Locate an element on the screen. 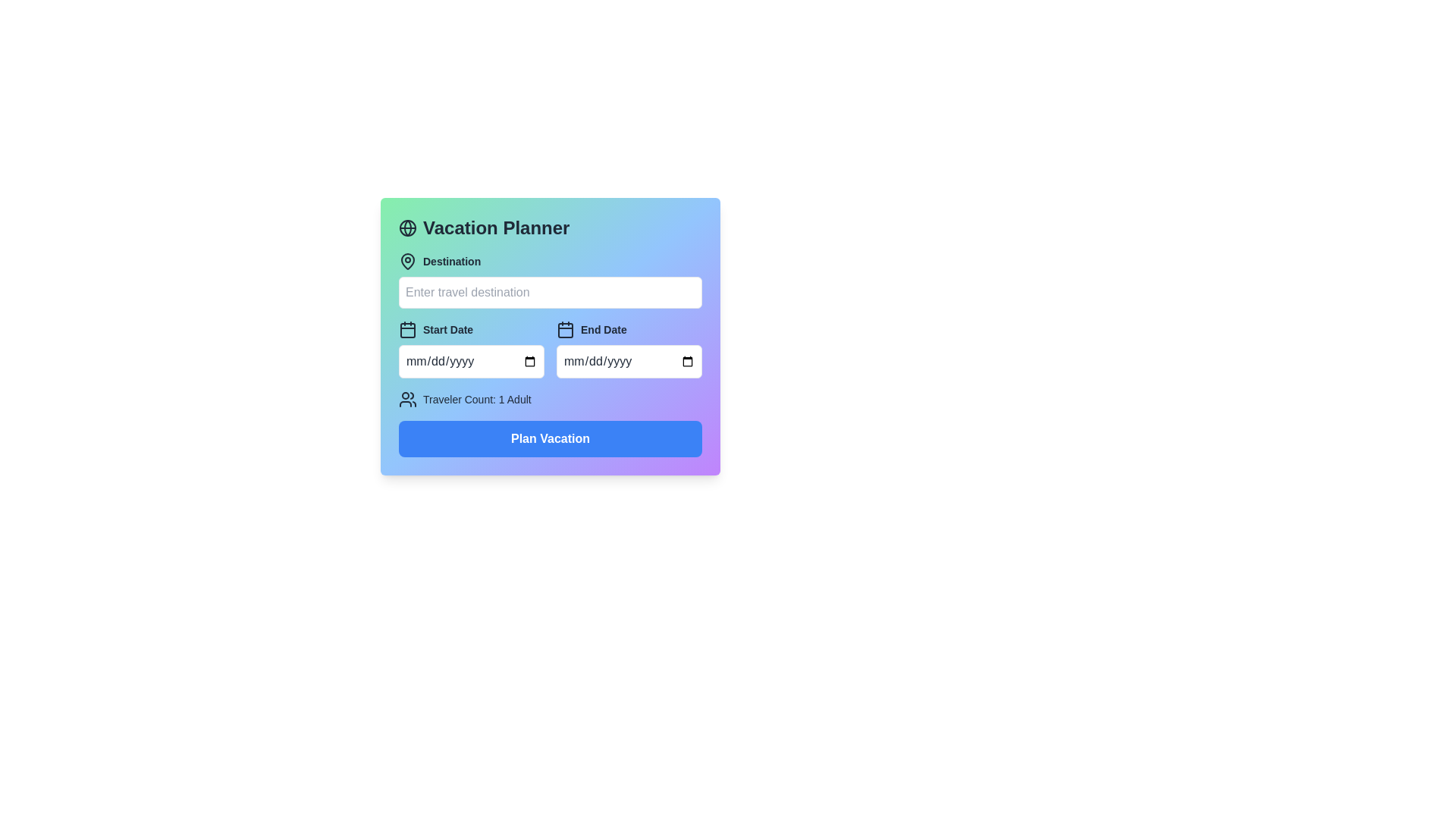 This screenshot has height=819, width=1456. the 'End Date' input field to enable input for selecting or typing an end date for a vacation plan is located at coordinates (629, 362).